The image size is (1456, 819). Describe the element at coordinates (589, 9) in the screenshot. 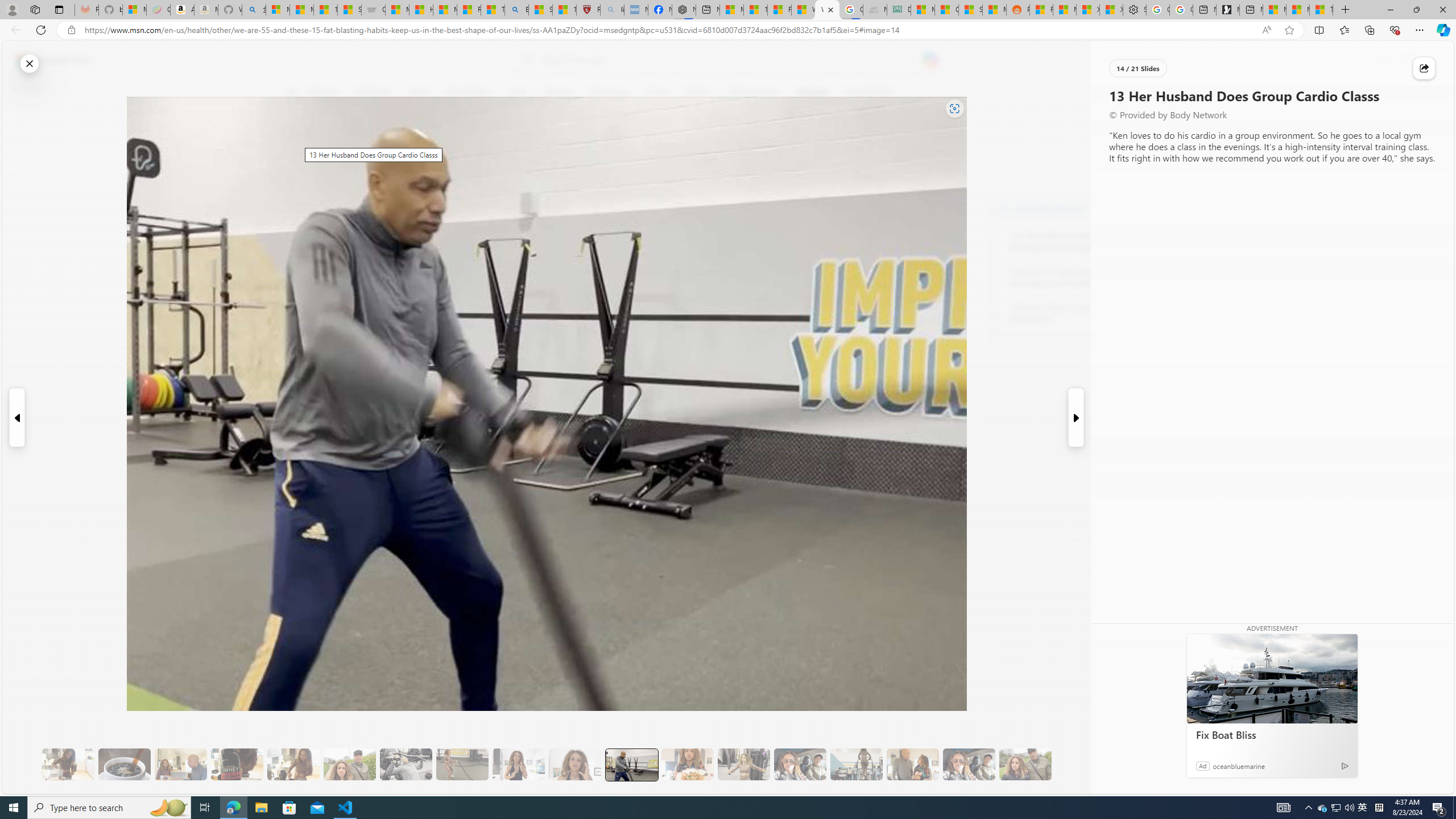

I see `'Robert H. Shmerling, MD - Harvard Health'` at that location.